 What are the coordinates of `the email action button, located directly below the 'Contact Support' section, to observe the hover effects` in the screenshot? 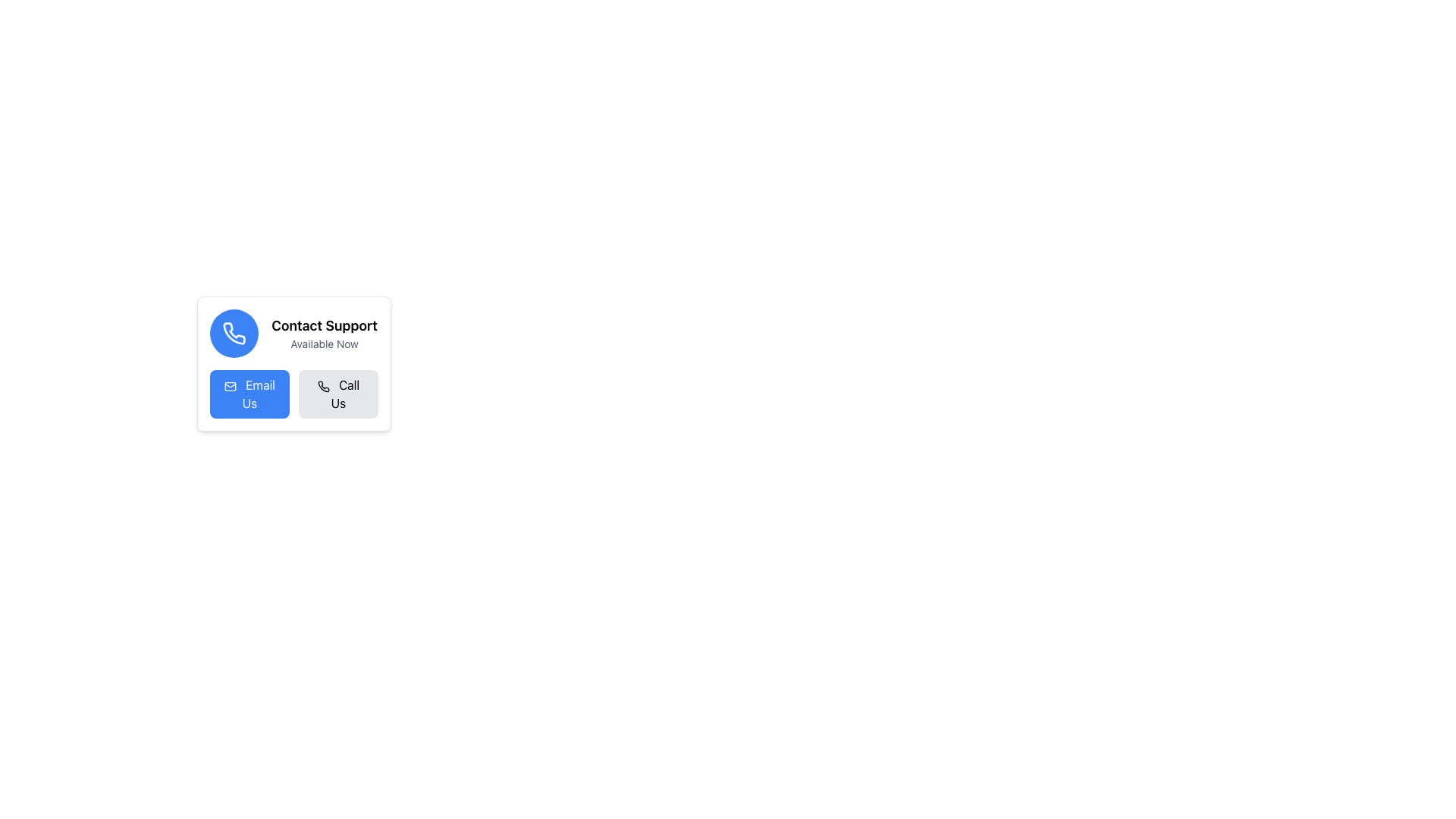 It's located at (249, 394).